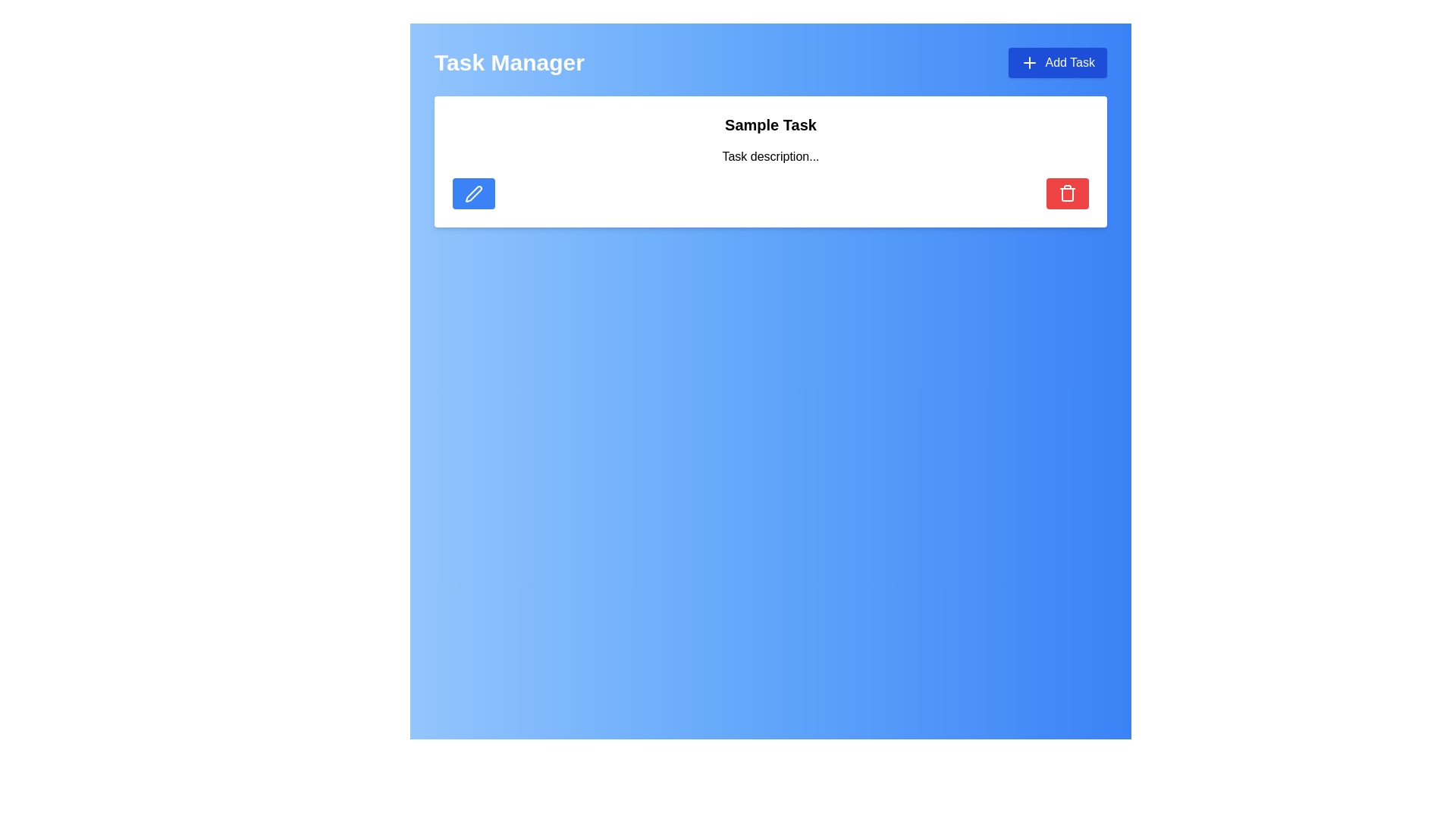 This screenshot has width=1456, height=819. What do you see at coordinates (1066, 192) in the screenshot?
I see `the red delete icon within the button on the right side of the task card` at bounding box center [1066, 192].